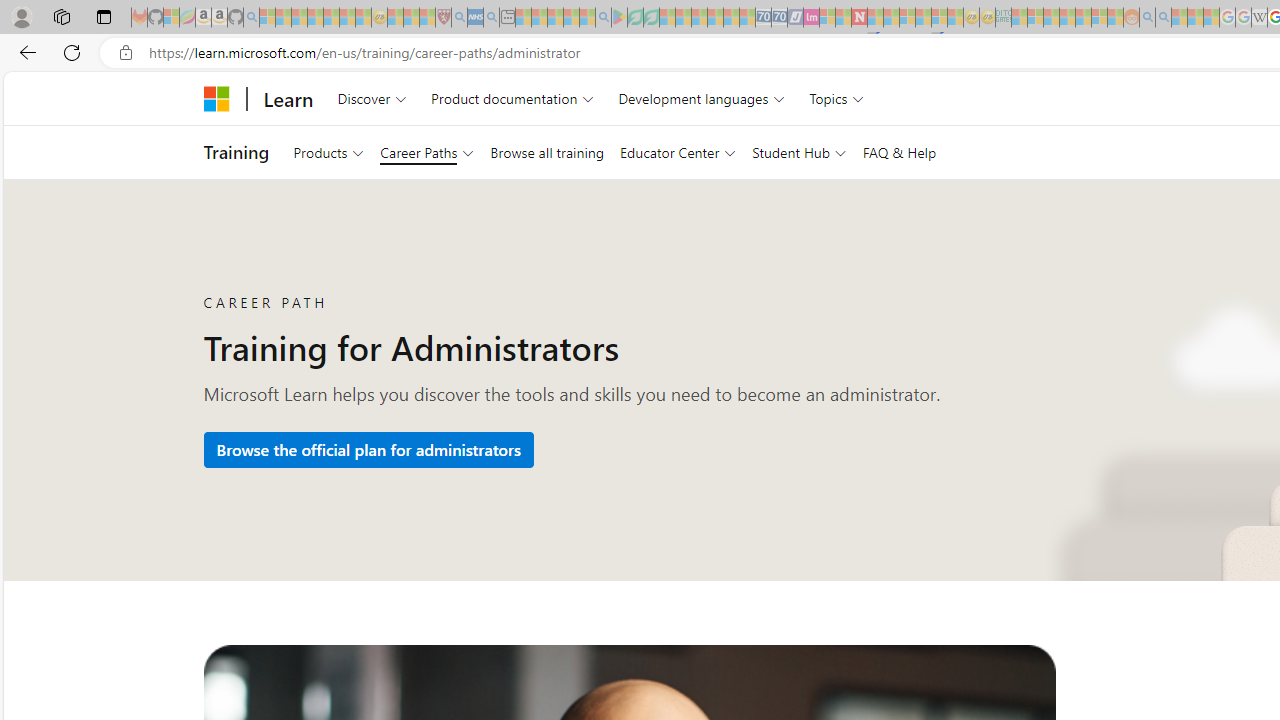 This screenshot has width=1280, height=720. Describe the element at coordinates (702, 98) in the screenshot. I see `'Development languages'` at that location.